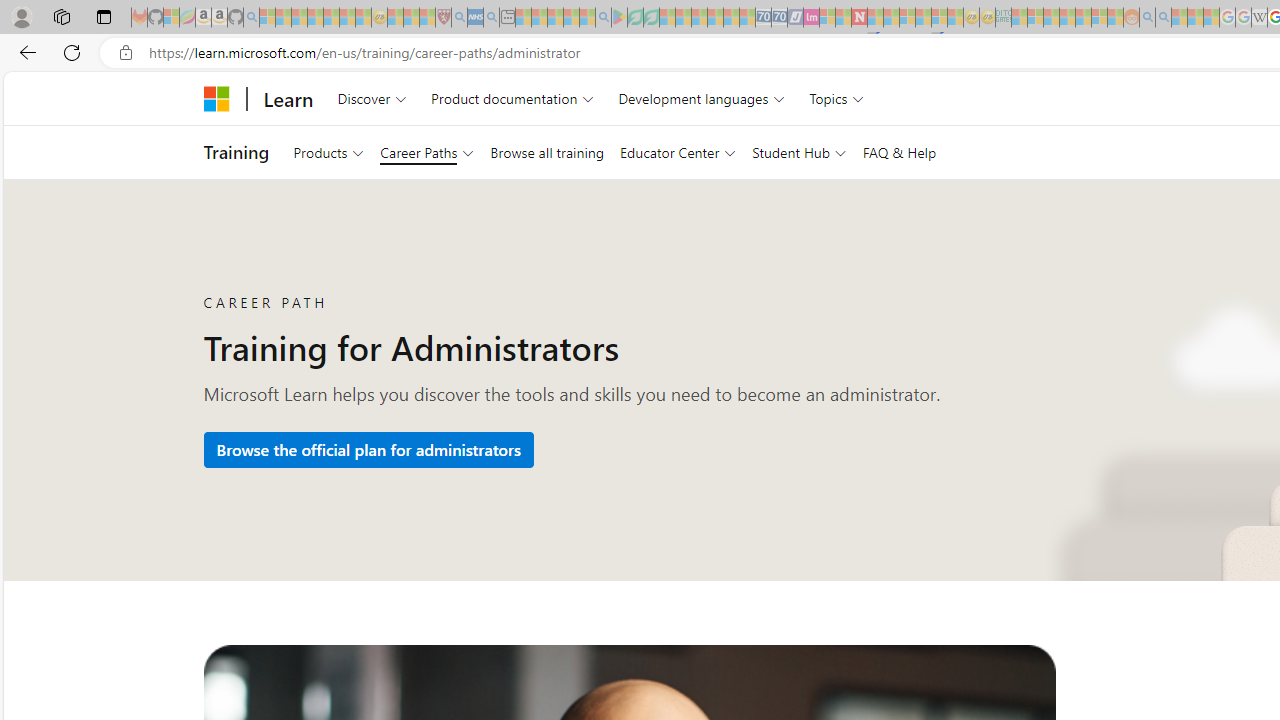 This screenshot has width=1280, height=720. Describe the element at coordinates (702, 98) in the screenshot. I see `'Development languages'` at that location.